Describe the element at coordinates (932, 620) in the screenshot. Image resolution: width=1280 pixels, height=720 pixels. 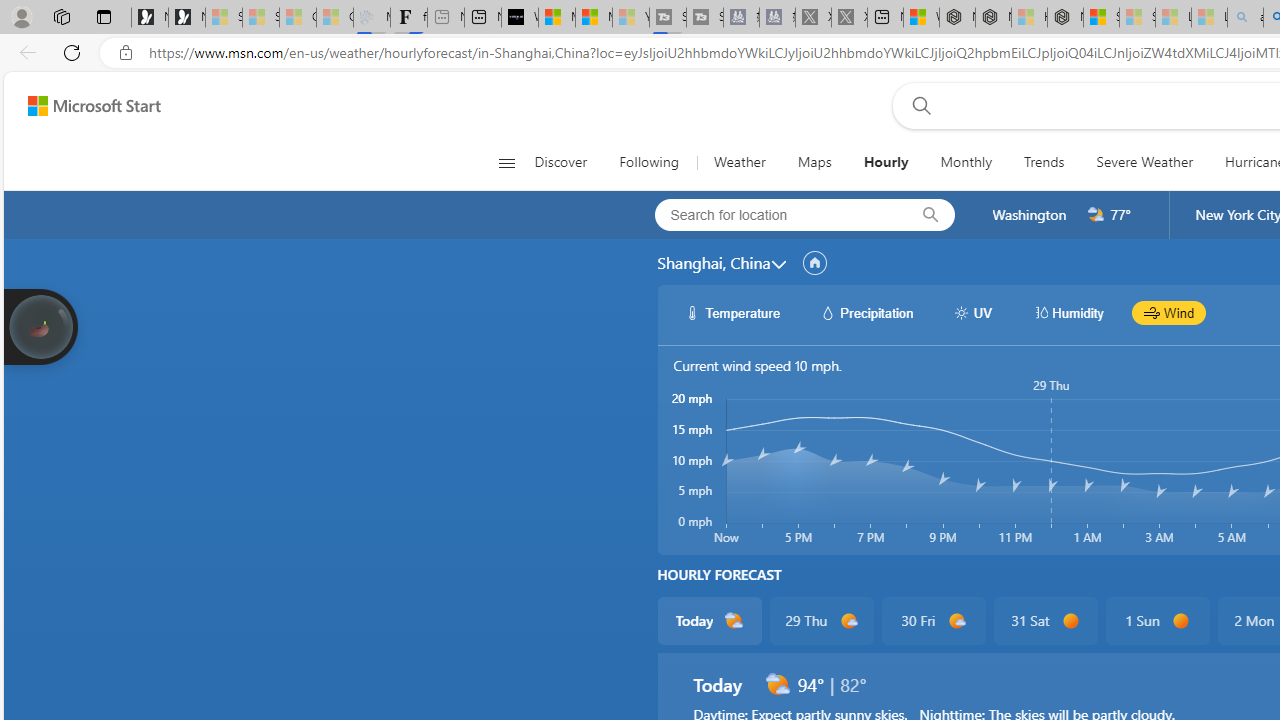
I see `'30 Fri d1000'` at that location.